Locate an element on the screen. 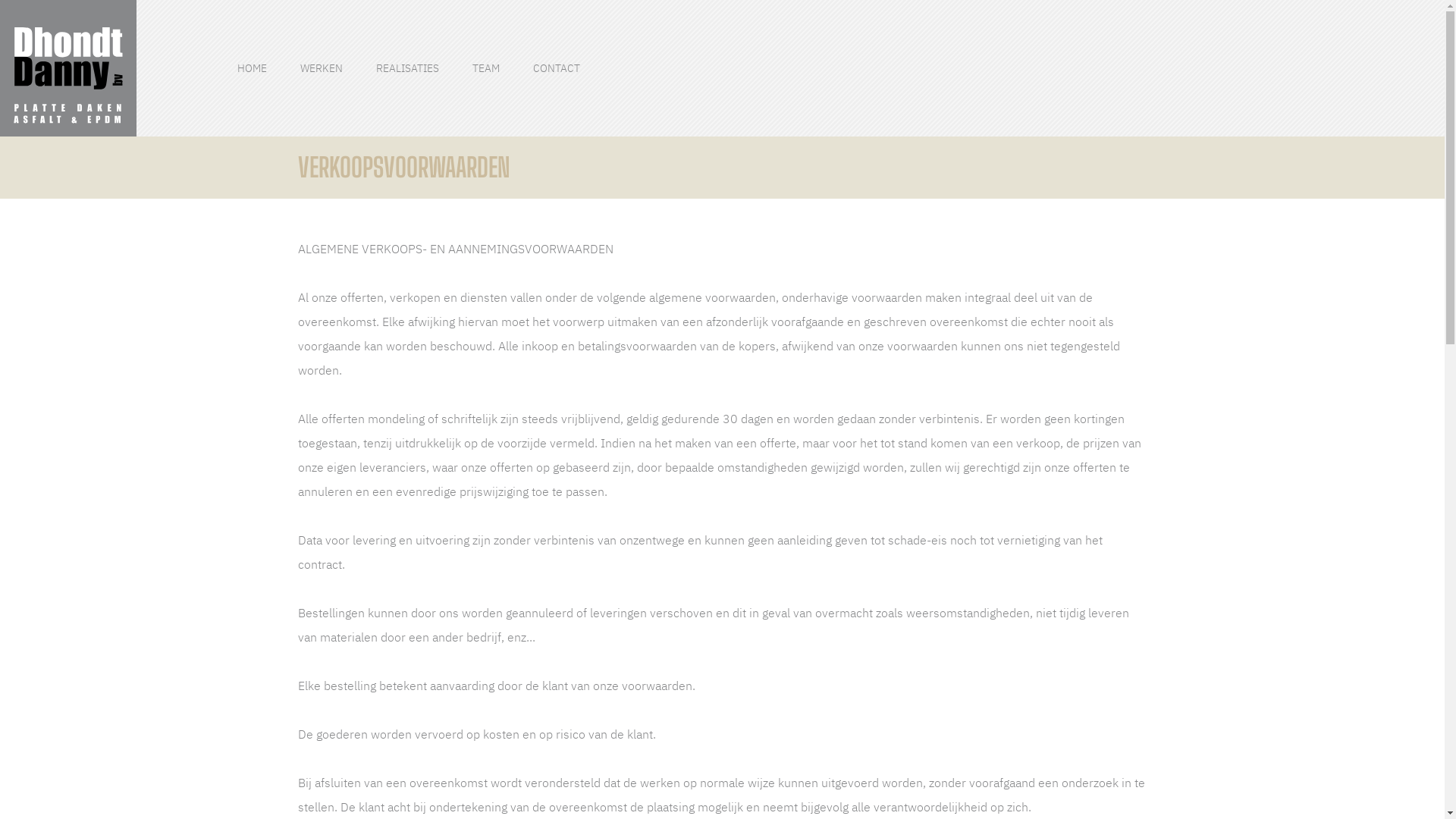 The width and height of the screenshot is (1456, 819). 'CONTACT' is located at coordinates (556, 68).